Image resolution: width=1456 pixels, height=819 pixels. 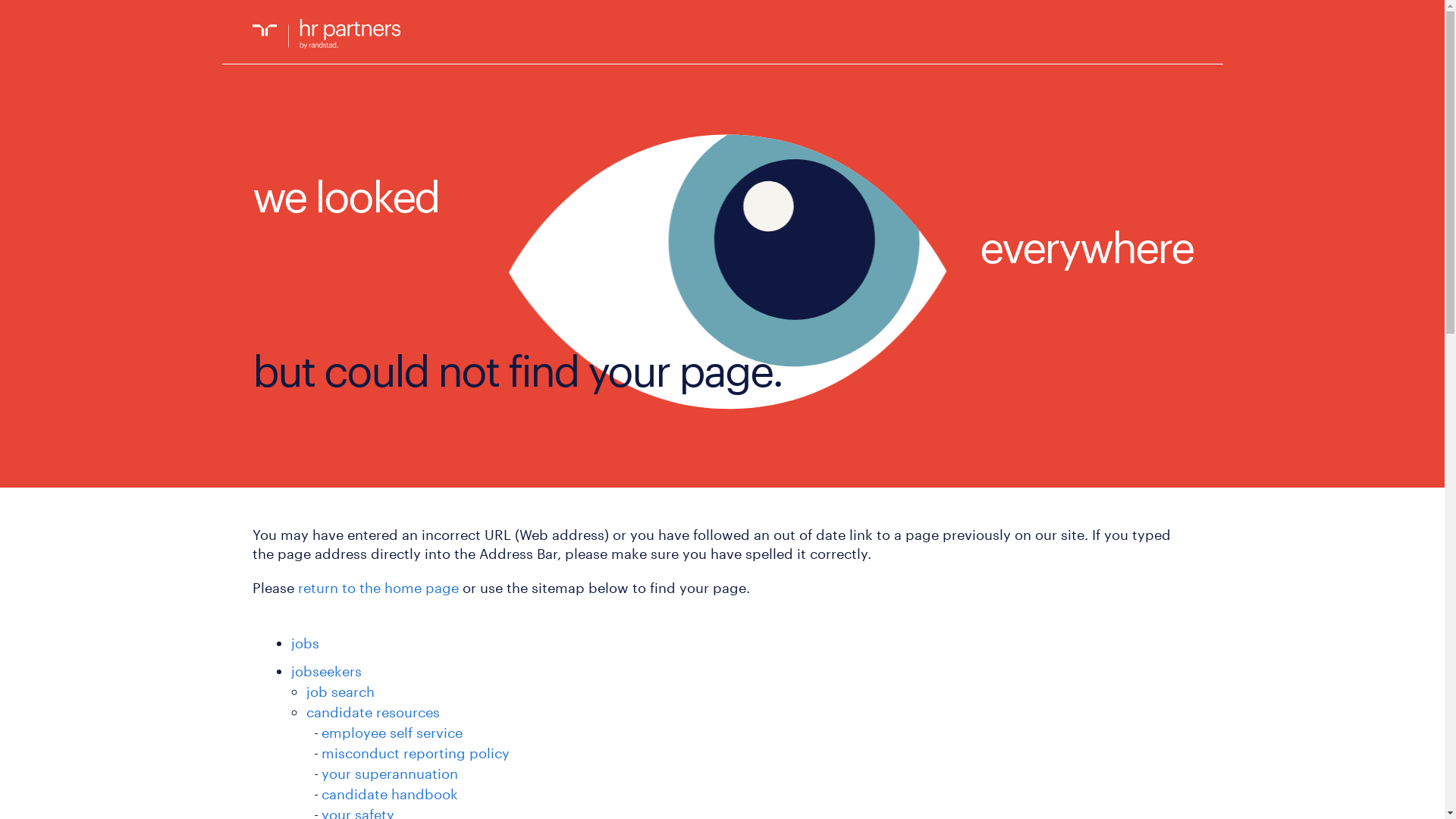 I want to click on 'misconduct reporting policy', so click(x=415, y=752).